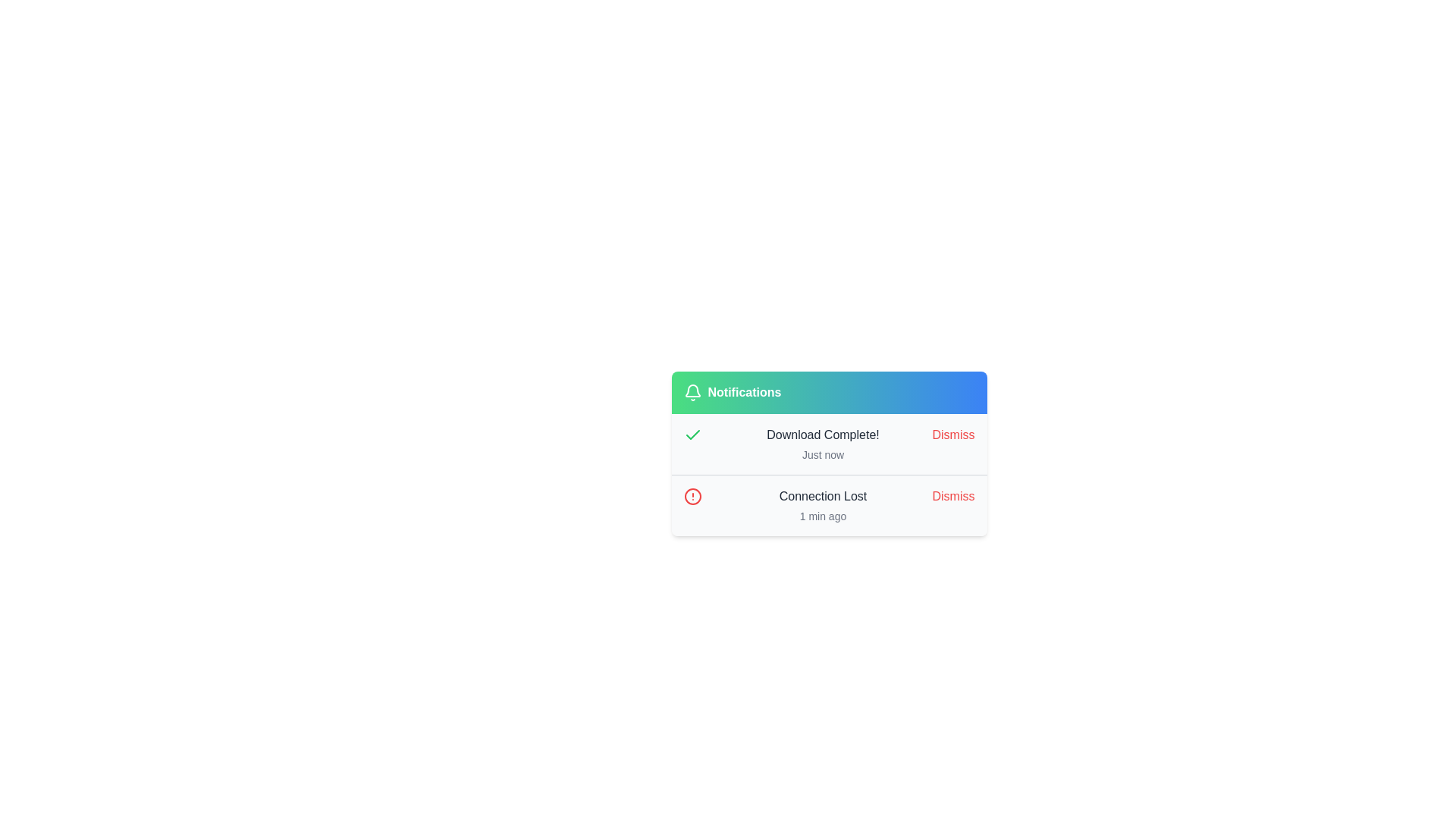  Describe the element at coordinates (828, 474) in the screenshot. I see `details of the notifications in the notification list, specifically focusing on 'Download Complete!' and 'Connection Lost'` at that location.